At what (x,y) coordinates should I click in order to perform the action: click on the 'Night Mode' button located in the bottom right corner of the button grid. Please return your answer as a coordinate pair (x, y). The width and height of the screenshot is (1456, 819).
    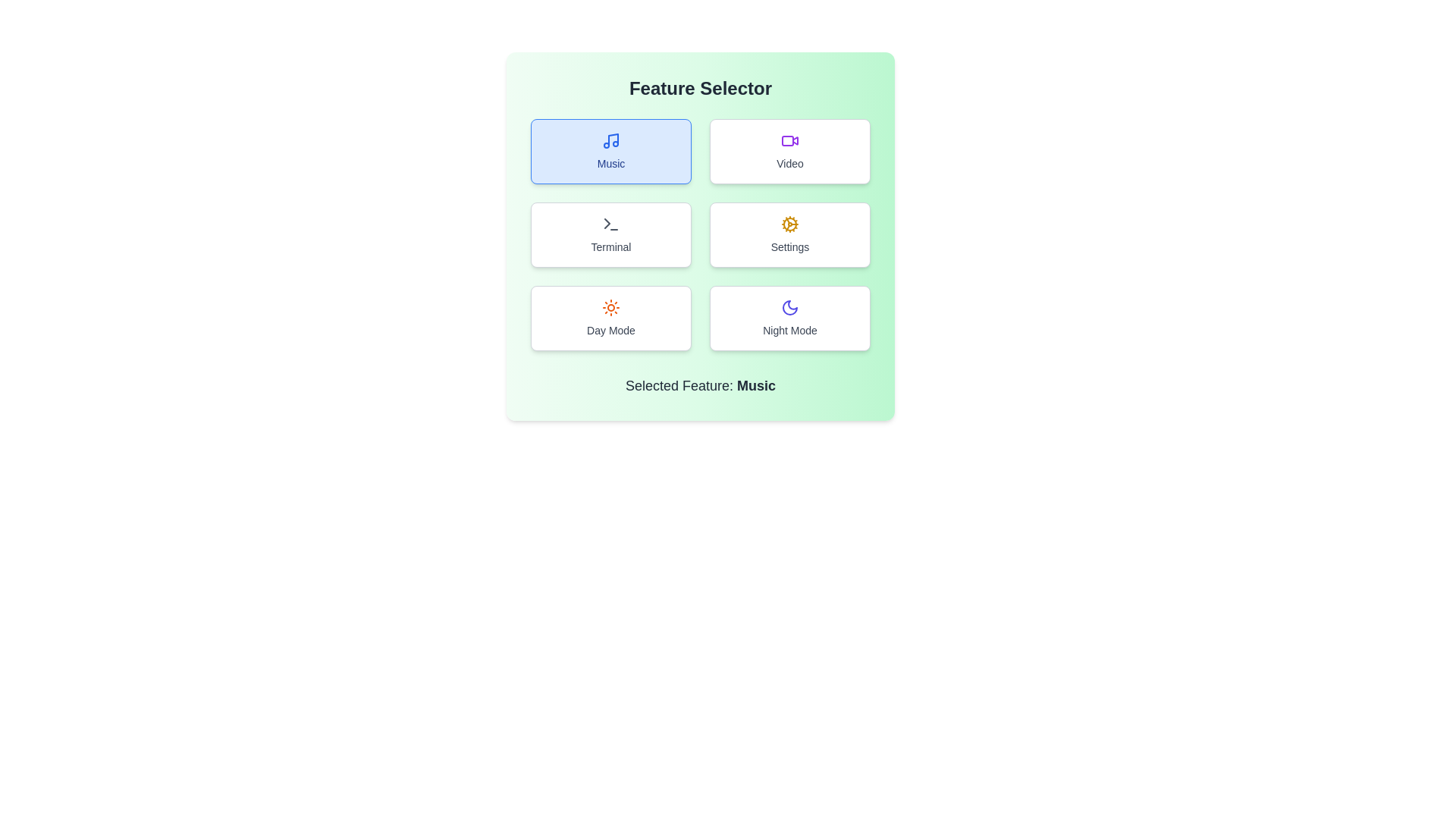
    Looking at the image, I should click on (789, 318).